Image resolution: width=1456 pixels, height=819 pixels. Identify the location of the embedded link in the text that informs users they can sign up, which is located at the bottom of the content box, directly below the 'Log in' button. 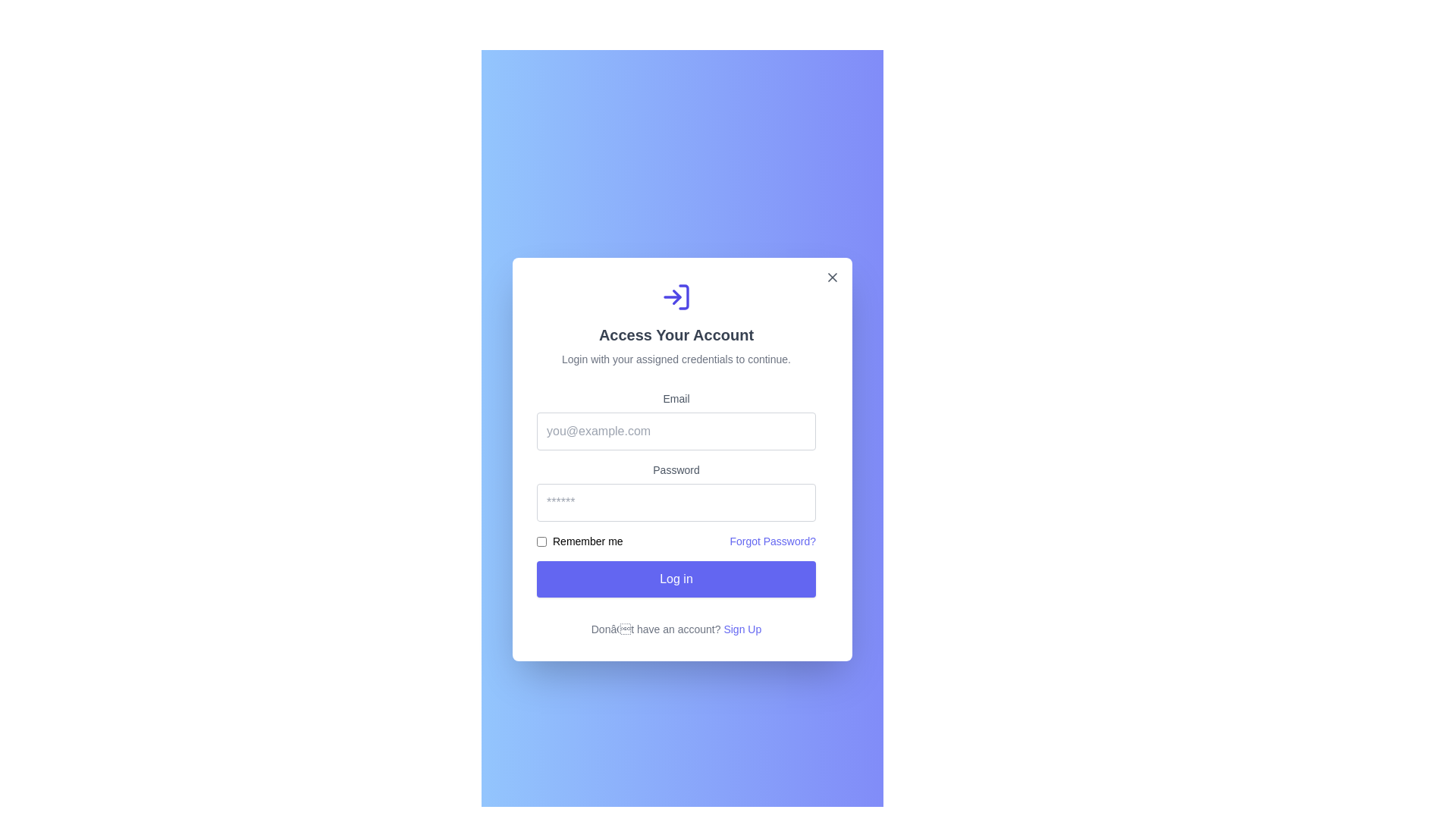
(676, 629).